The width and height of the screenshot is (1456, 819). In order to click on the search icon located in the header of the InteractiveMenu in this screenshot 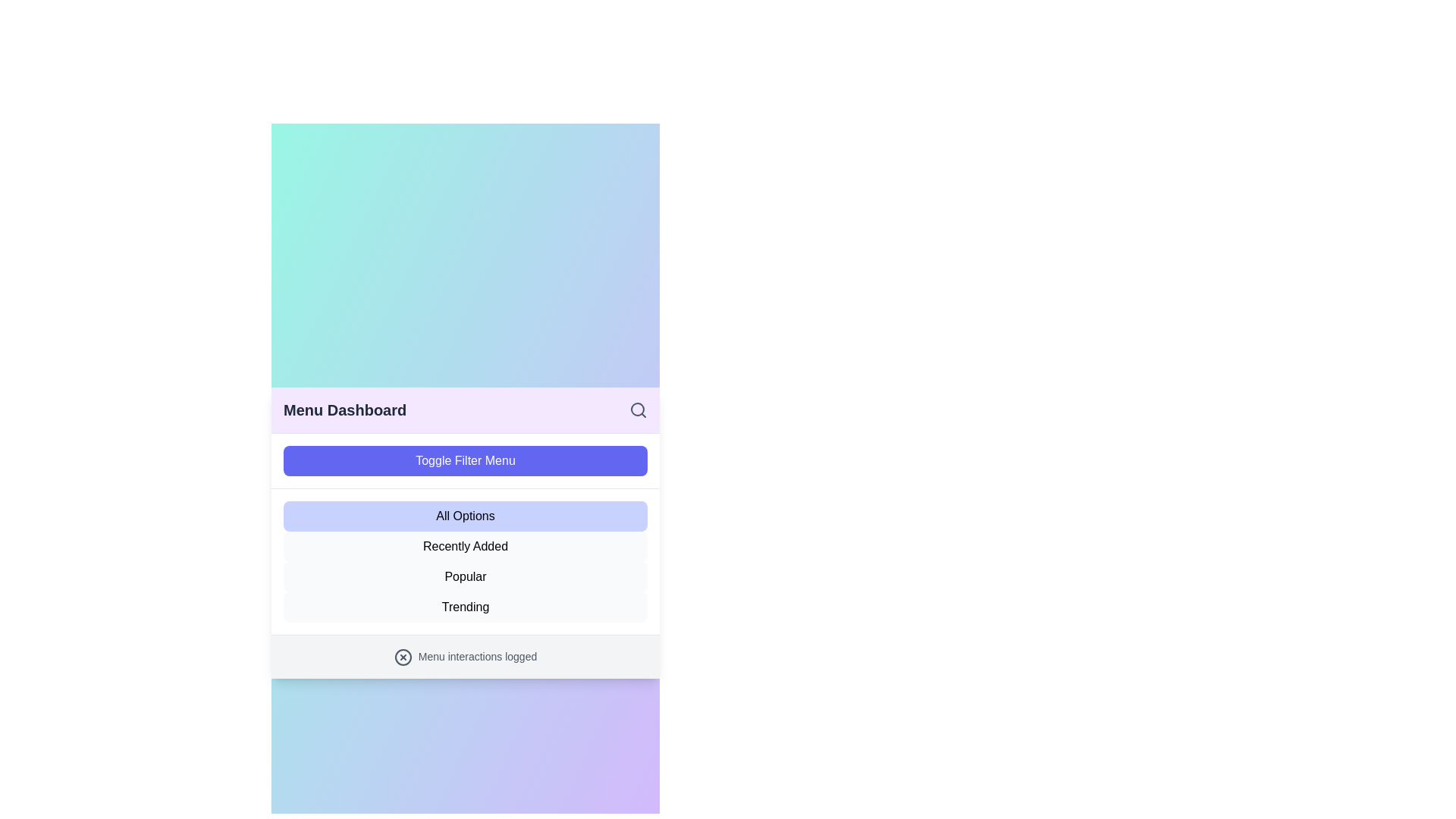, I will do `click(638, 409)`.